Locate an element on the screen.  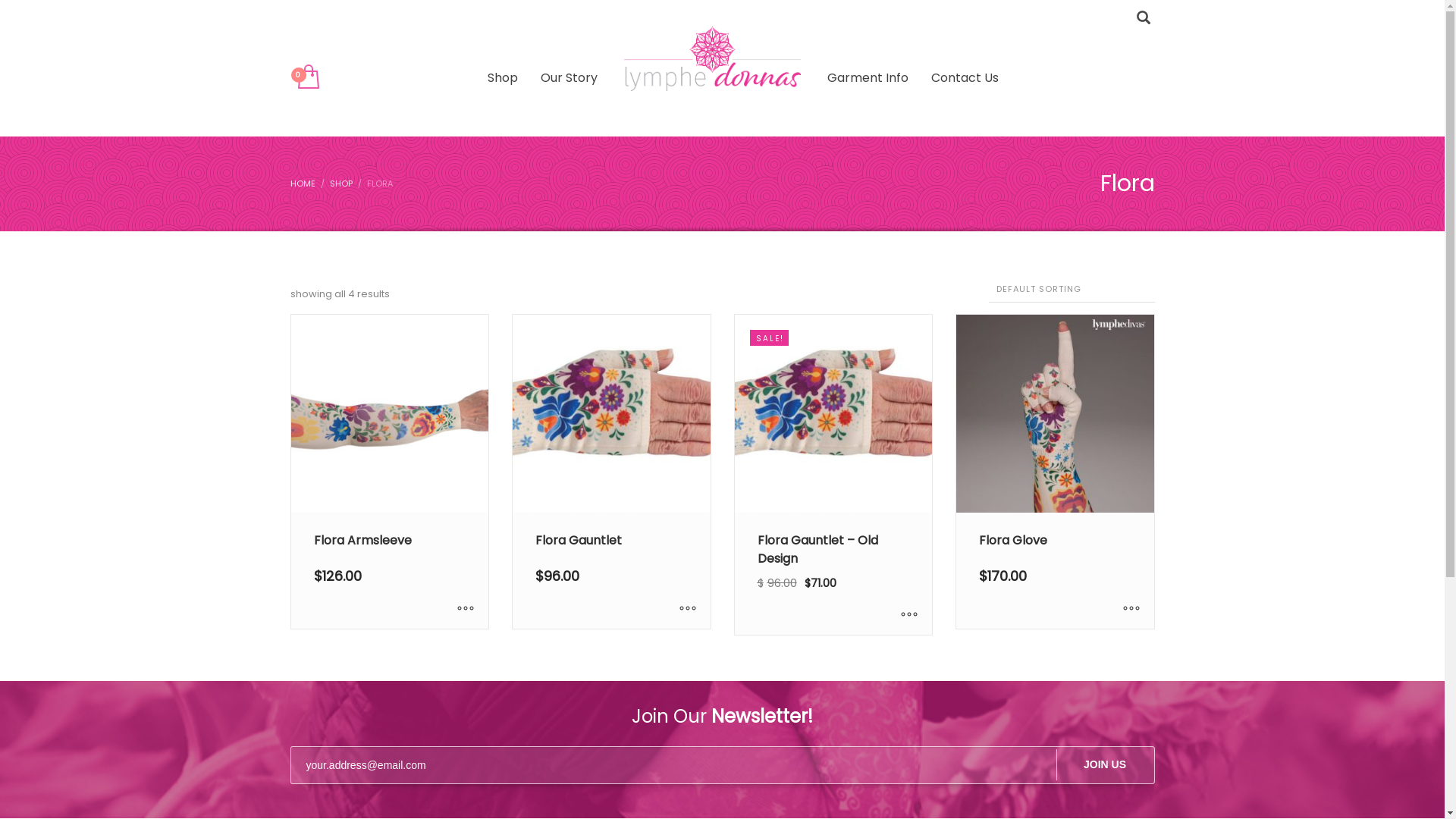
'Contact Us' is located at coordinates (964, 77).